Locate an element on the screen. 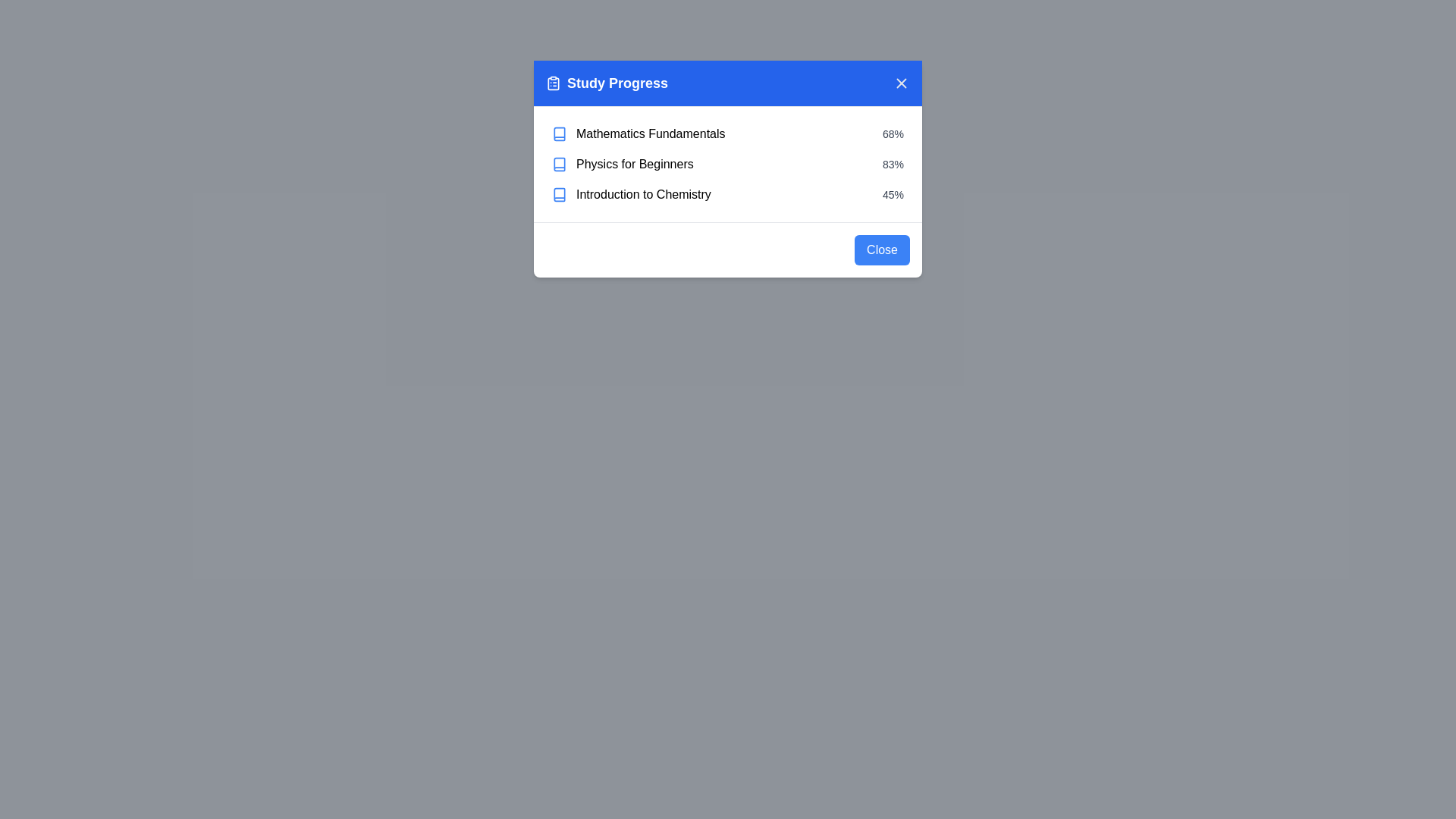 The image size is (1456, 819). the non-interactive label displaying the course title 'Mathematics Fundamentals' located at the top-left corner of the 'Study Progress' modal is located at coordinates (639, 133).